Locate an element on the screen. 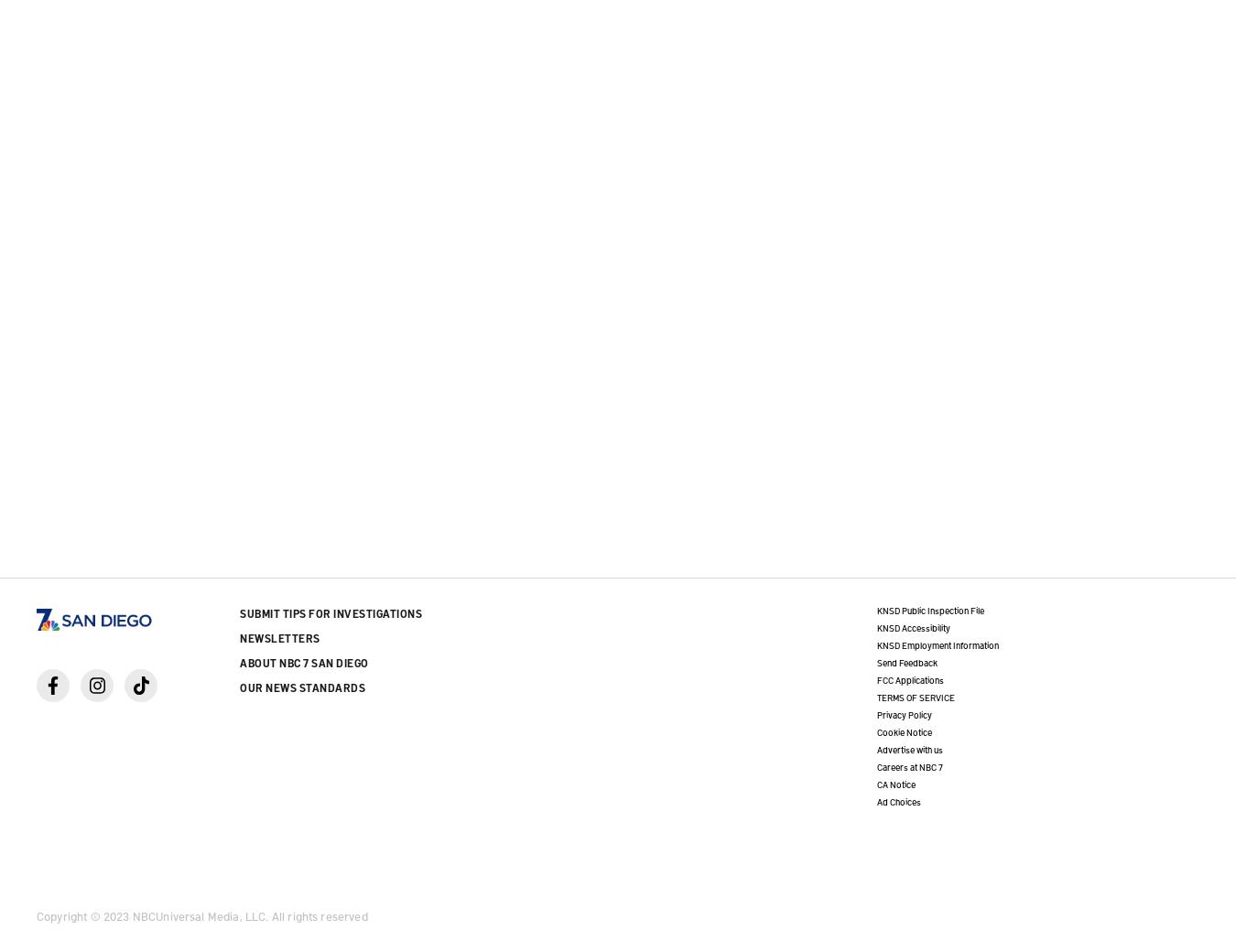 This screenshot has height=952, width=1236. 'Copyright © 2023 NBCUniversal Media, LLC. All rights reserved' is located at coordinates (35, 915).